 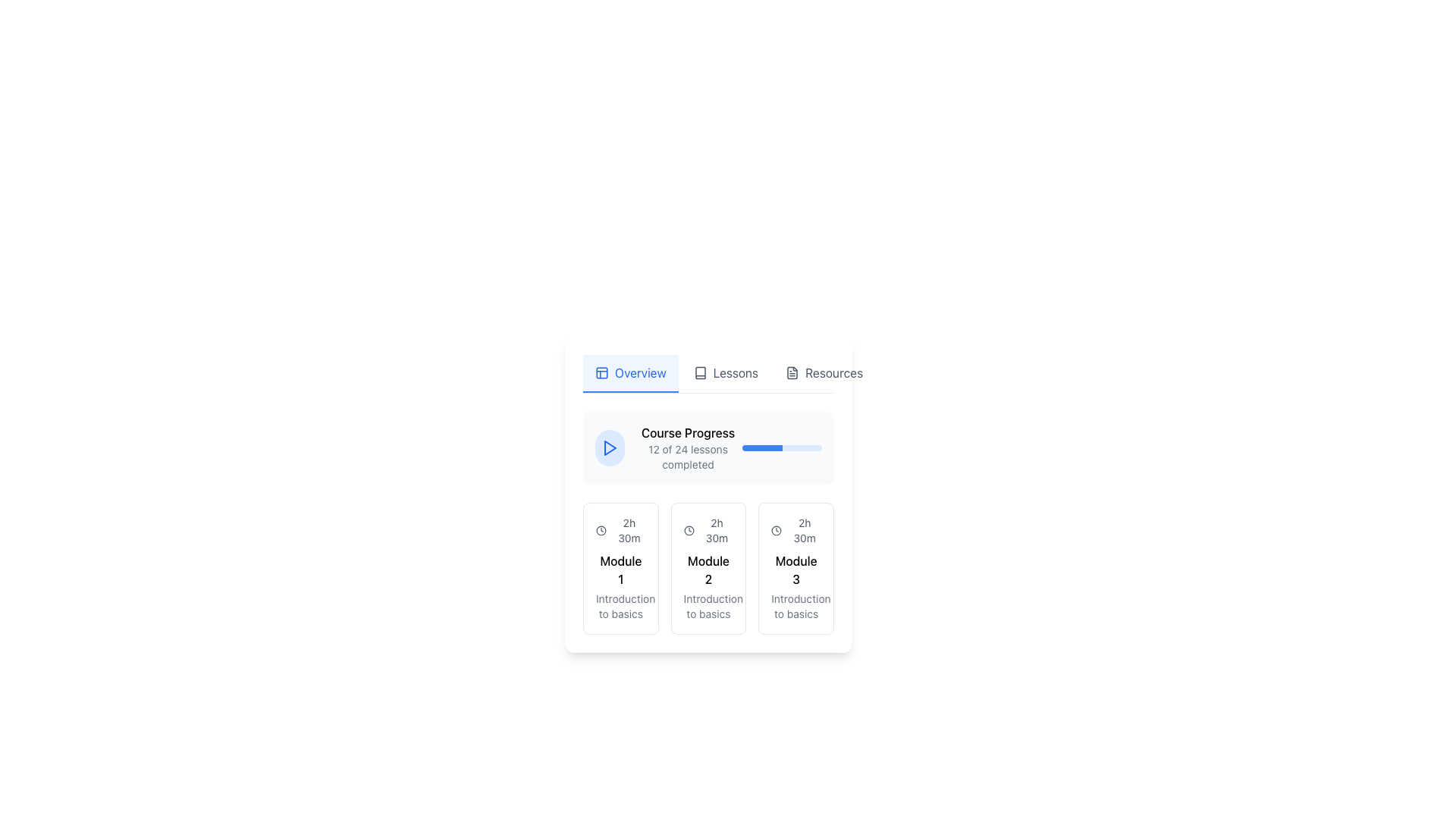 I want to click on the clock icon that indicates the duration of '2h 30m' located in the upper left corner of the text block above the 'Module 2' card, so click(x=688, y=529).